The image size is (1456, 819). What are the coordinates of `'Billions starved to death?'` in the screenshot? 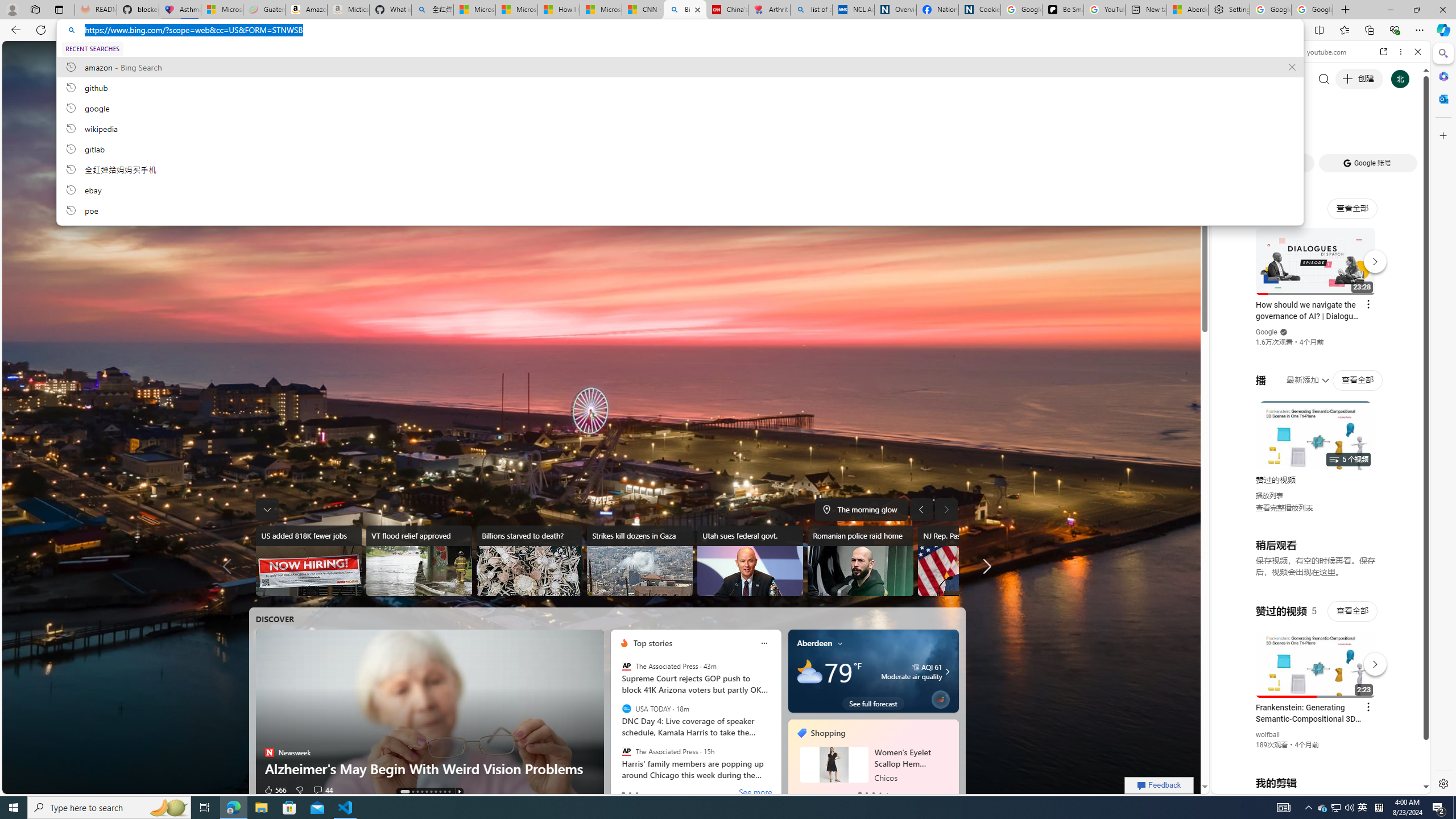 It's located at (528, 560).